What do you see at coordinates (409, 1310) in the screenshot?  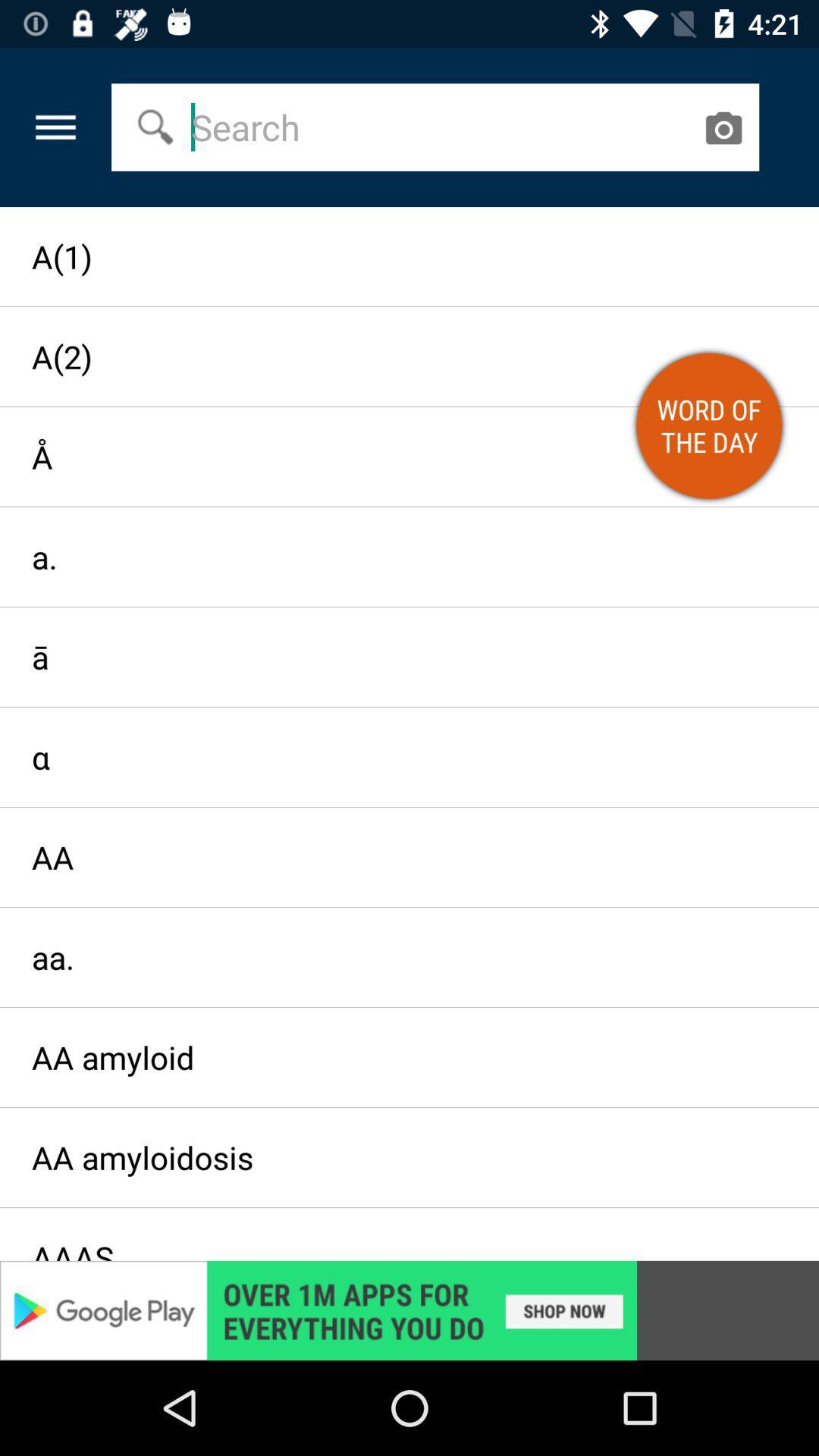 I see `click on advertisement below` at bounding box center [409, 1310].